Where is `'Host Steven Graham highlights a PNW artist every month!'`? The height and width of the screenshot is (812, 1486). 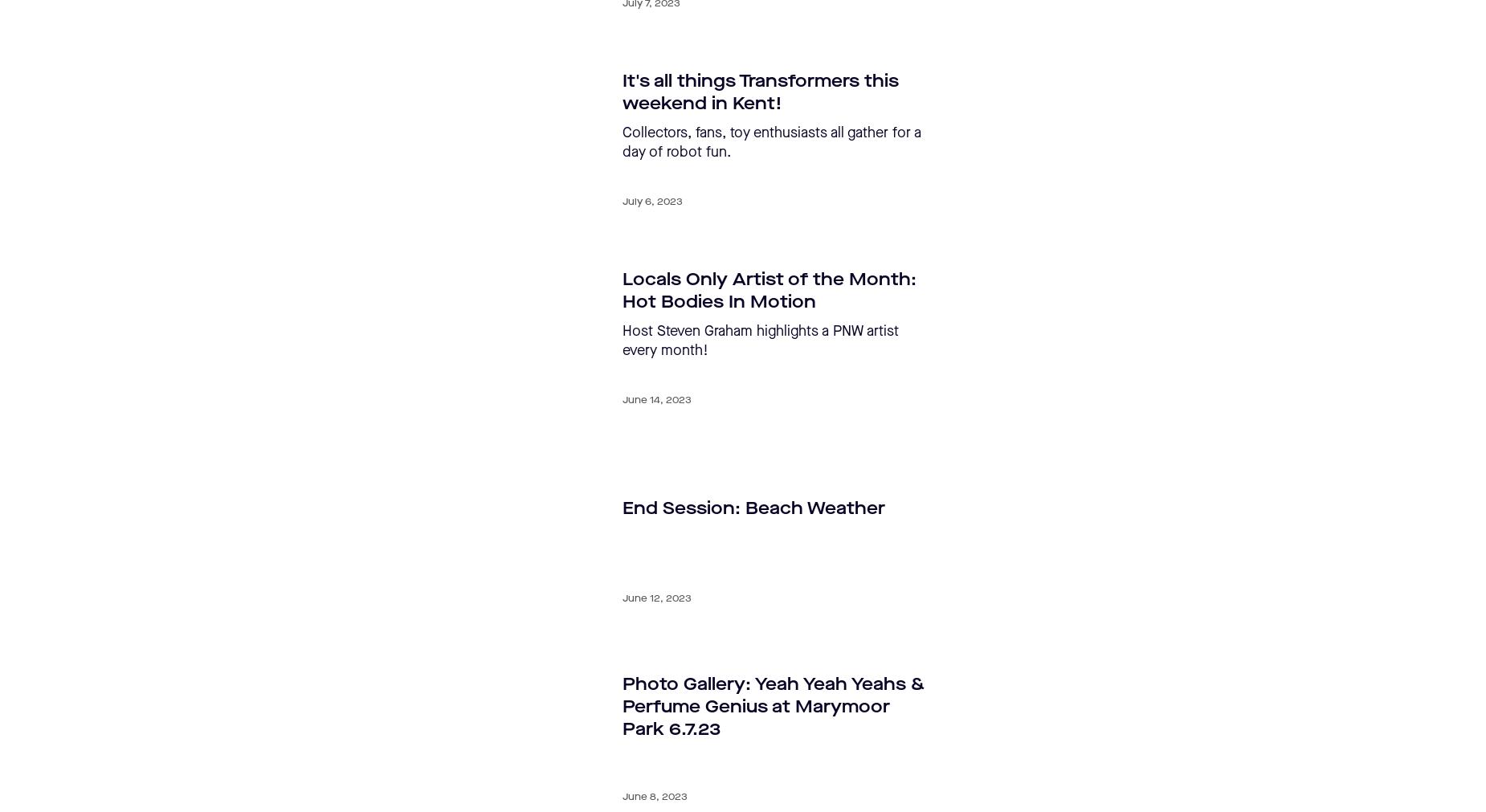
'Host Steven Graham highlights a PNW artist every month!' is located at coordinates (622, 340).